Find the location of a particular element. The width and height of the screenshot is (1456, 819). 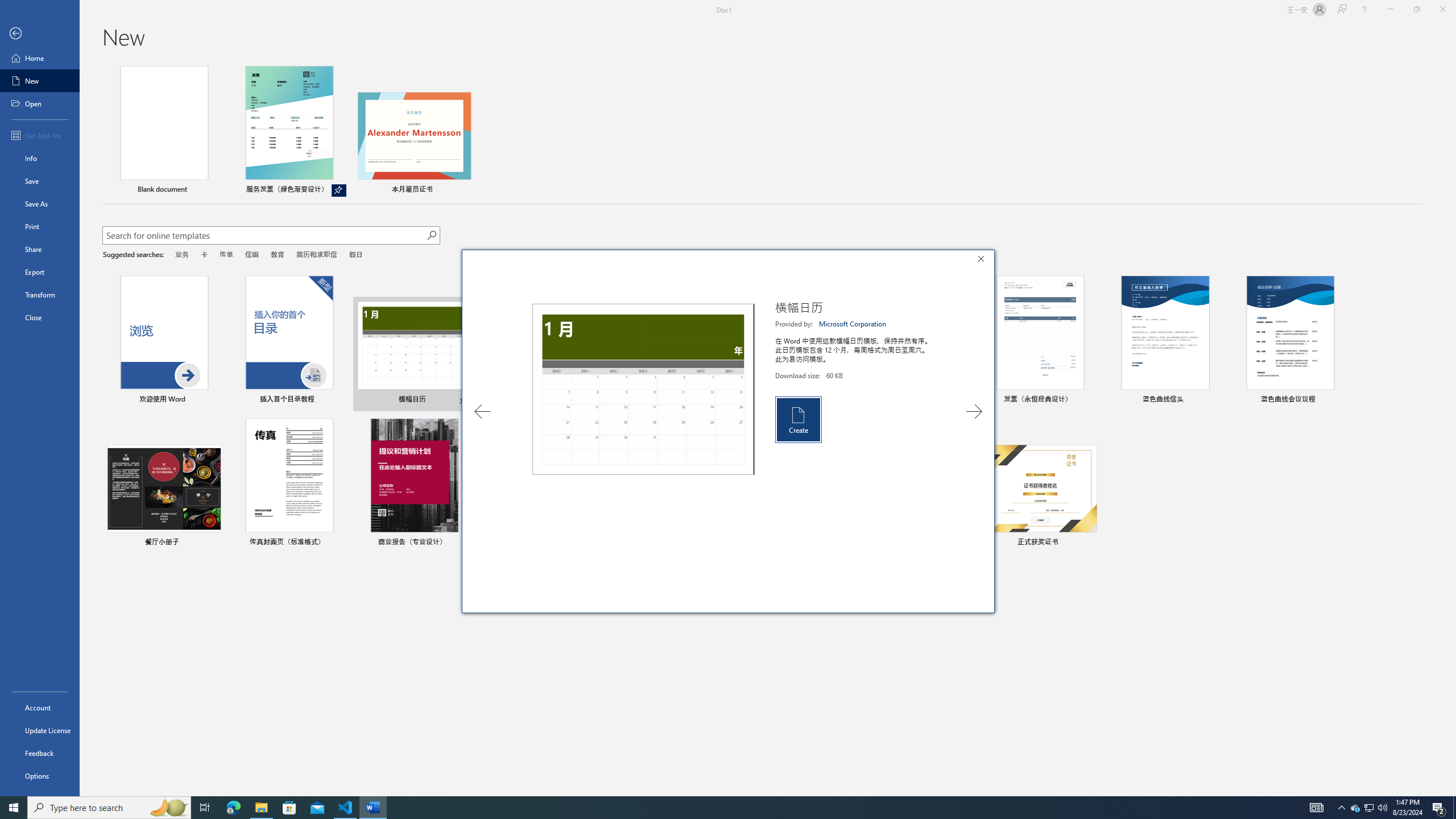

'Q2790: 100%' is located at coordinates (1368, 806).